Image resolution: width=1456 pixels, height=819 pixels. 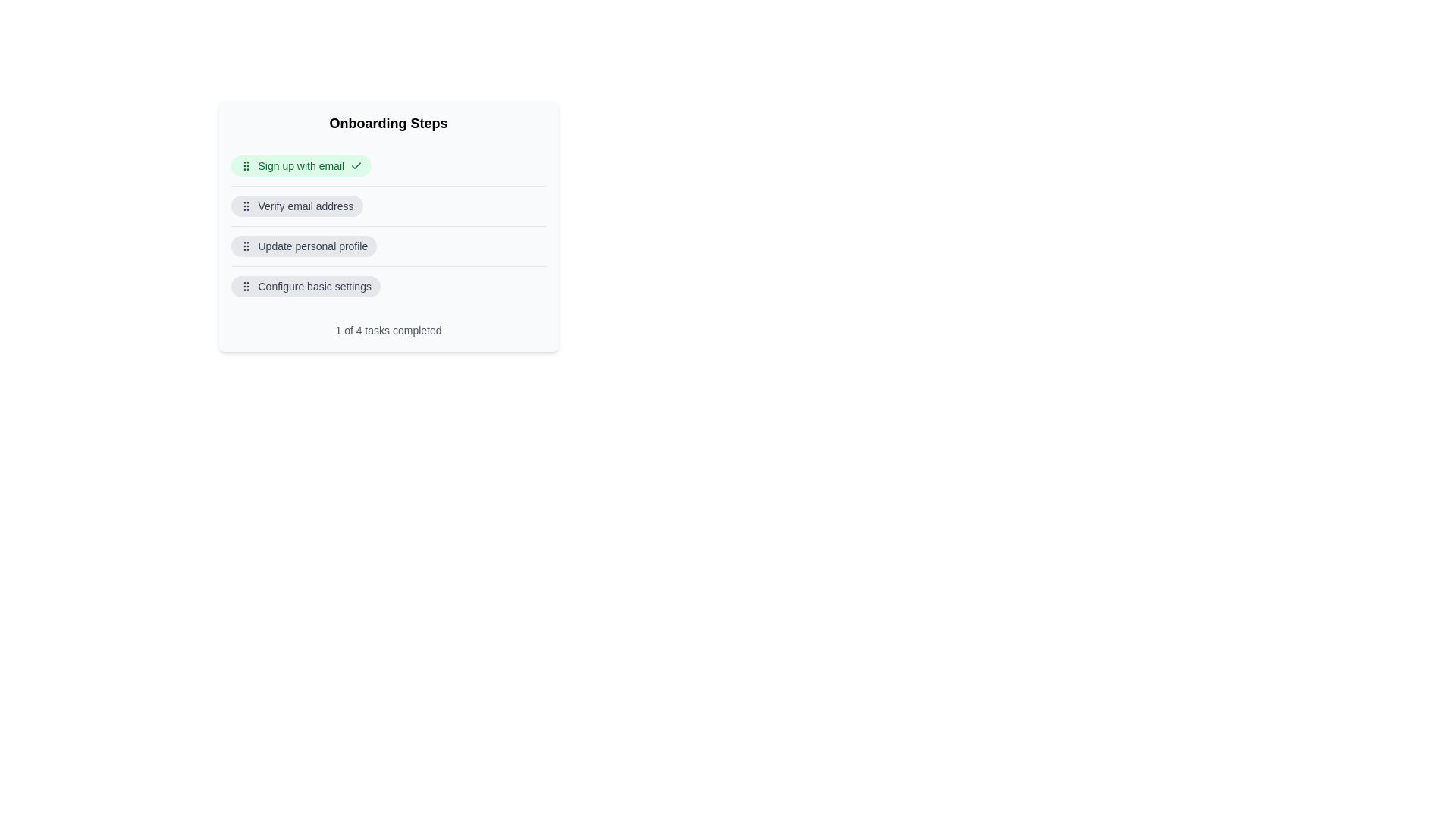 I want to click on the completed onboarding step button, which is the first item in the vertical list of onboarding steps located below the title 'Onboarding Steps', so click(x=301, y=166).